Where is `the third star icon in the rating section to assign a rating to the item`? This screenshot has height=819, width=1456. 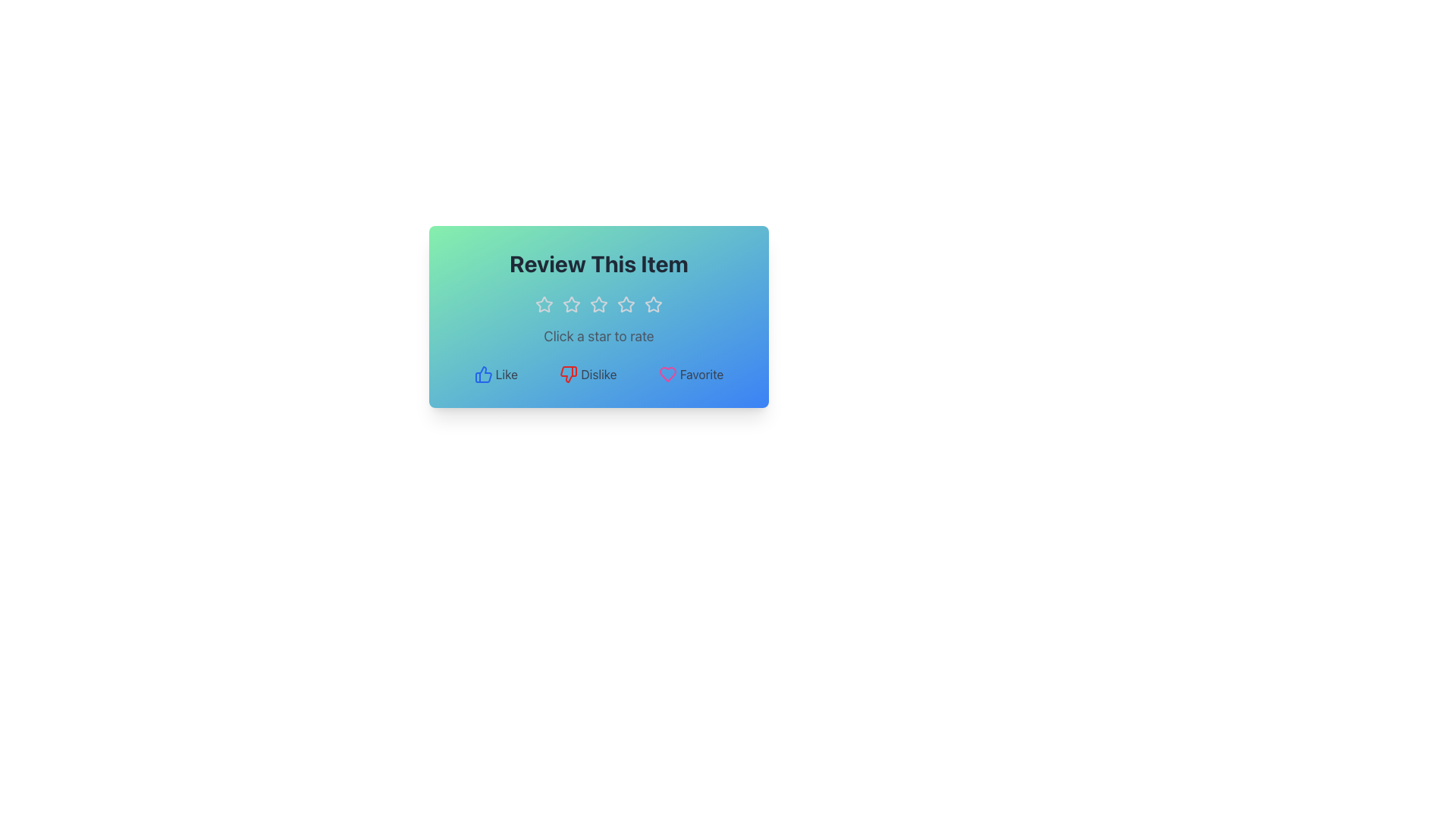 the third star icon in the rating section to assign a rating to the item is located at coordinates (598, 304).